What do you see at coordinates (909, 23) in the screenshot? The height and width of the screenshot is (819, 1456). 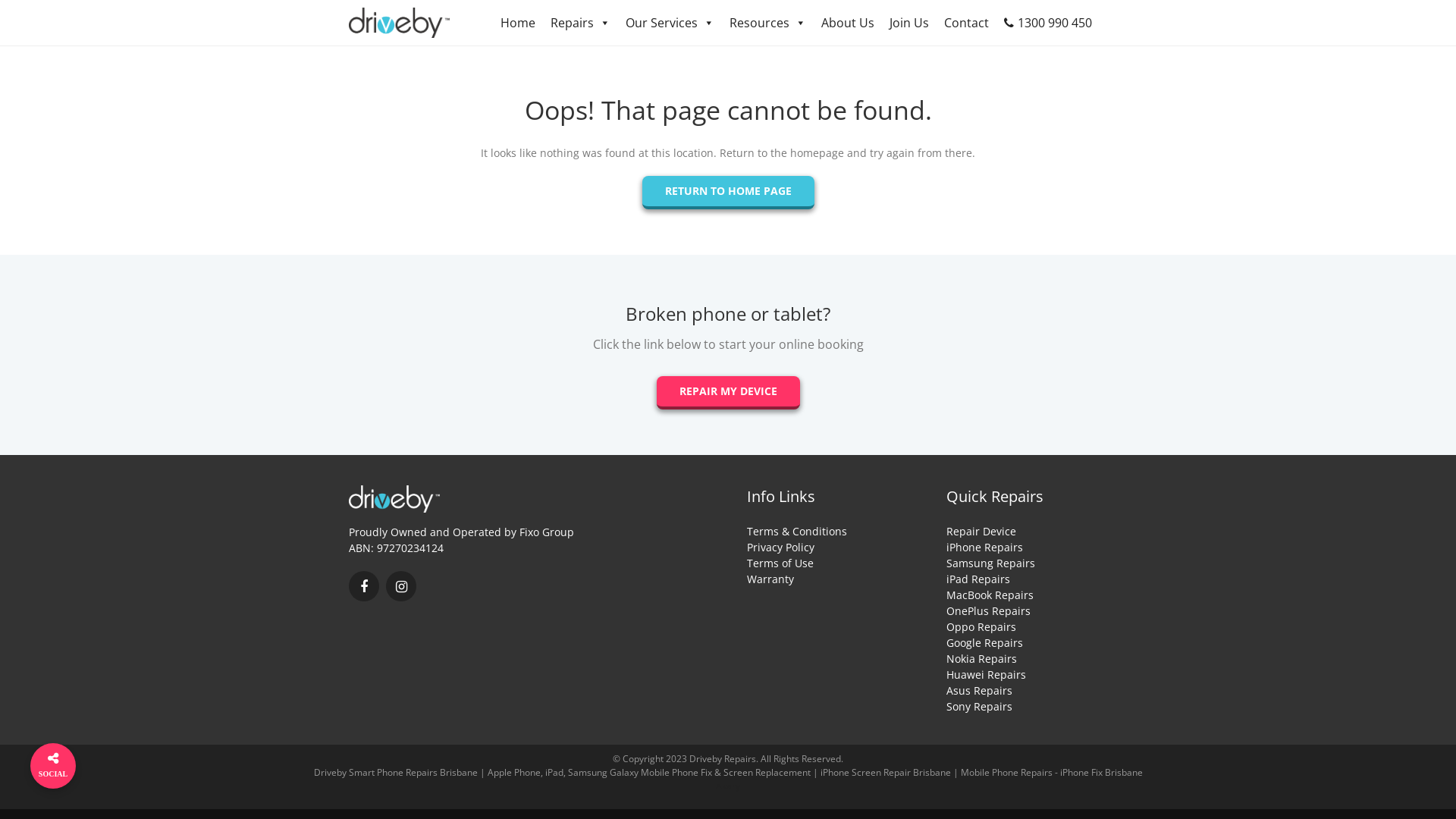 I see `'Join Us'` at bounding box center [909, 23].